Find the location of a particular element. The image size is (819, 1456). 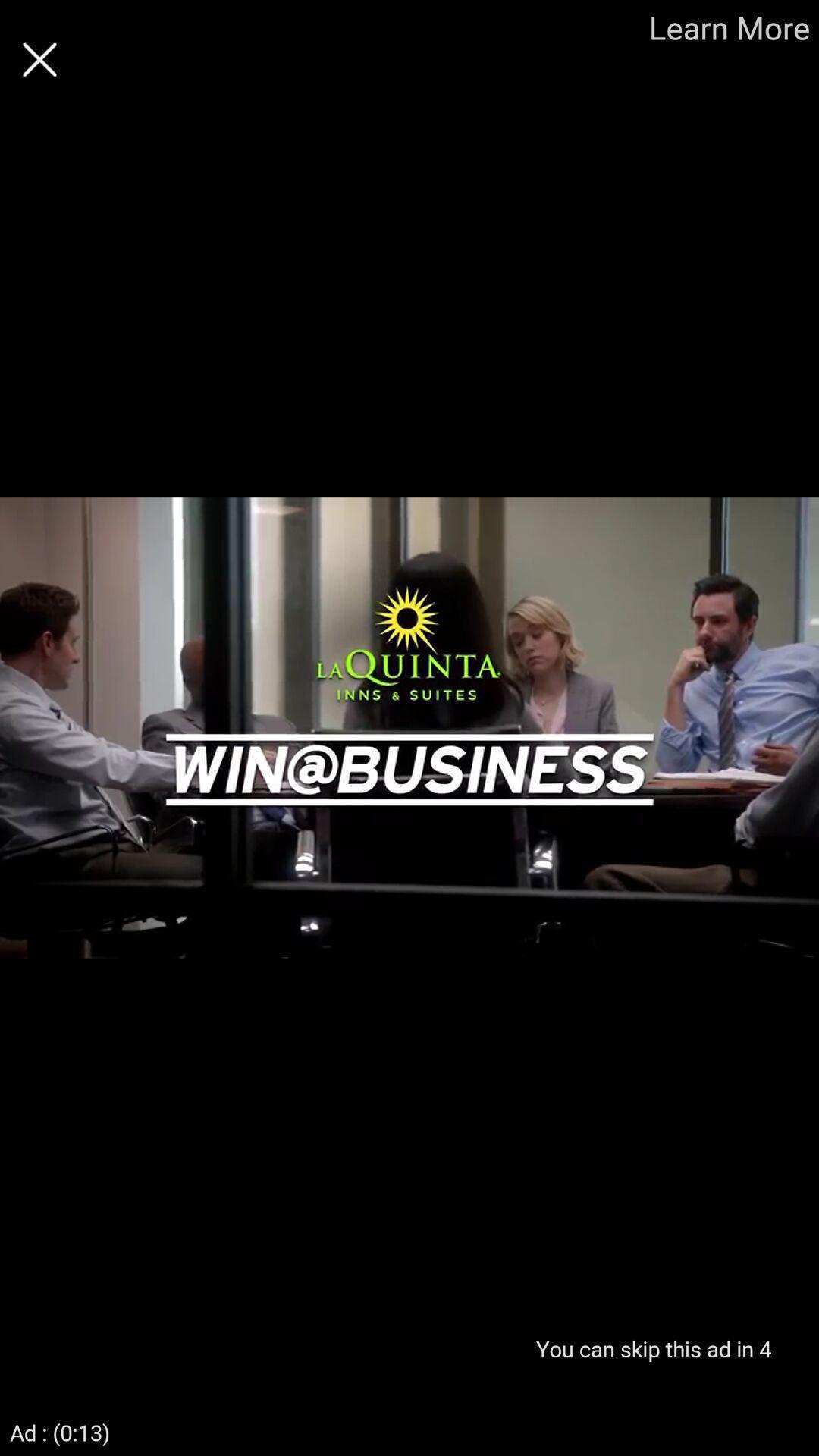

kfvs12 local news is located at coordinates (39, 59).